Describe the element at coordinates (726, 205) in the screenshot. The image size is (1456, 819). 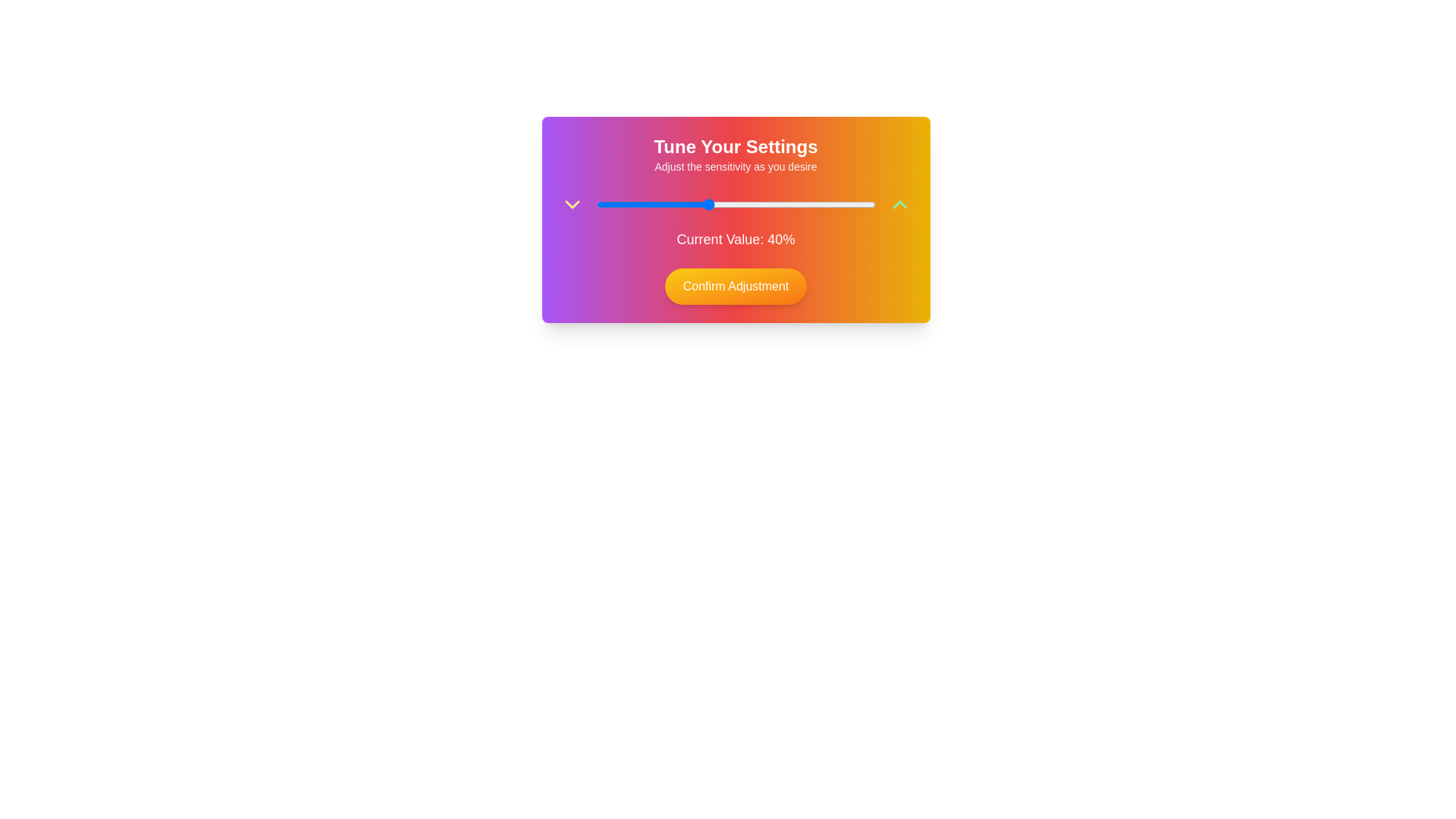
I see `the slider to set the value to 47` at that location.